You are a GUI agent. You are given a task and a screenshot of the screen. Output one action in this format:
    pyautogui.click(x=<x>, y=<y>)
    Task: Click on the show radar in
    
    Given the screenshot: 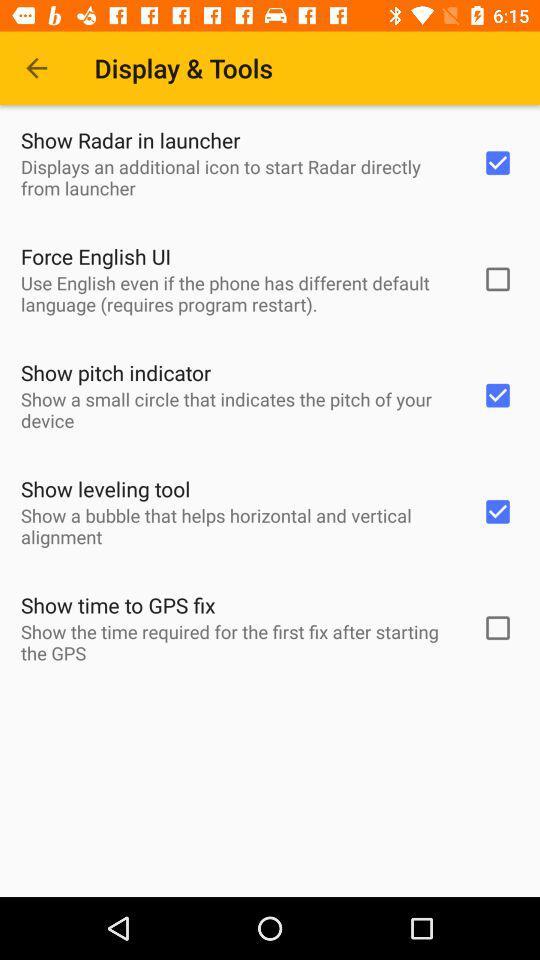 What is the action you would take?
    pyautogui.click(x=130, y=139)
    